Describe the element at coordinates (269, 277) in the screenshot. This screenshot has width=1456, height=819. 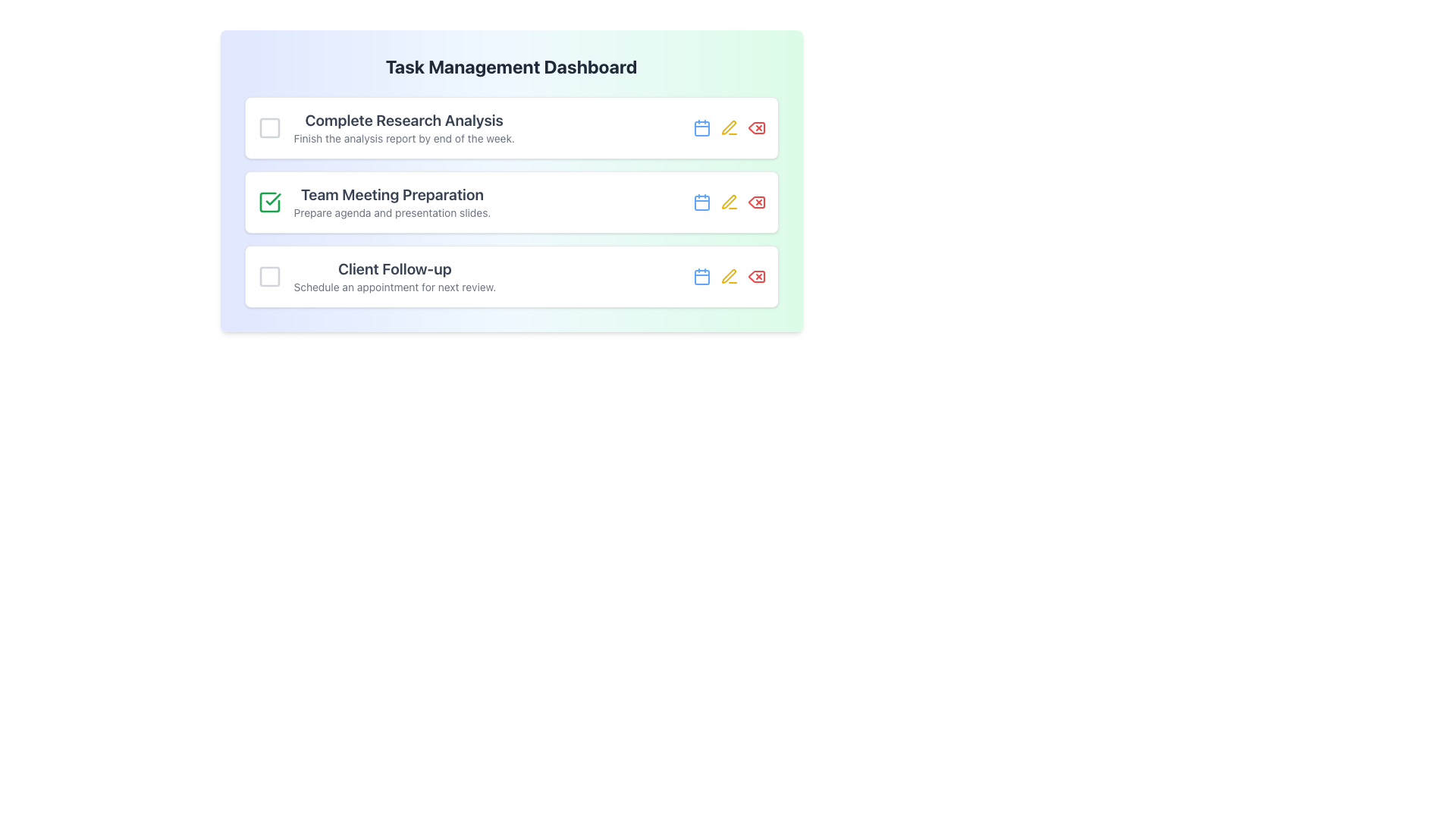
I see `the interactive checkbox for 'Client Follow-up' to activate it` at that location.